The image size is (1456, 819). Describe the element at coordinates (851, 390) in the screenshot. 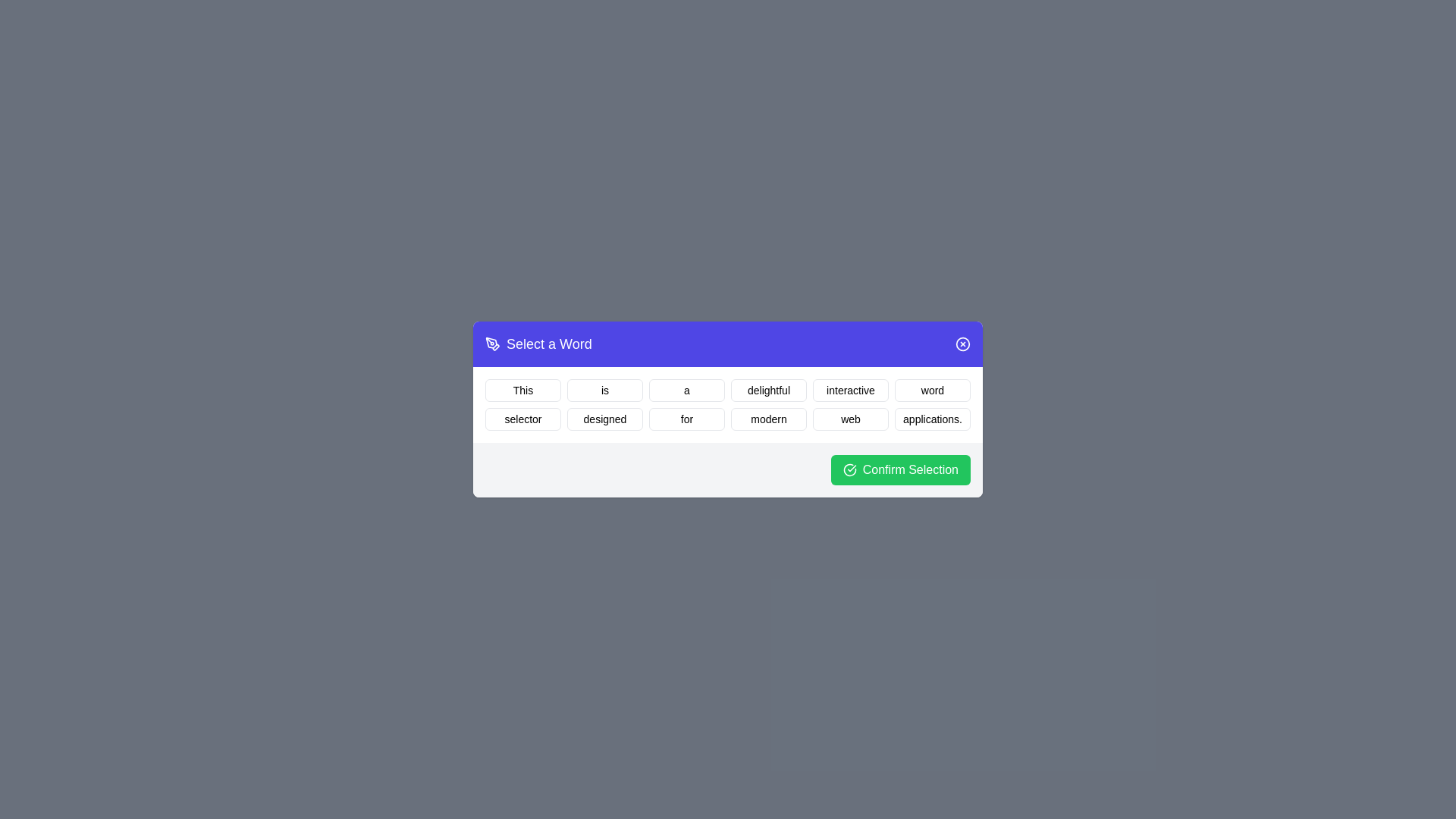

I see `the word interactive by clicking on it` at that location.